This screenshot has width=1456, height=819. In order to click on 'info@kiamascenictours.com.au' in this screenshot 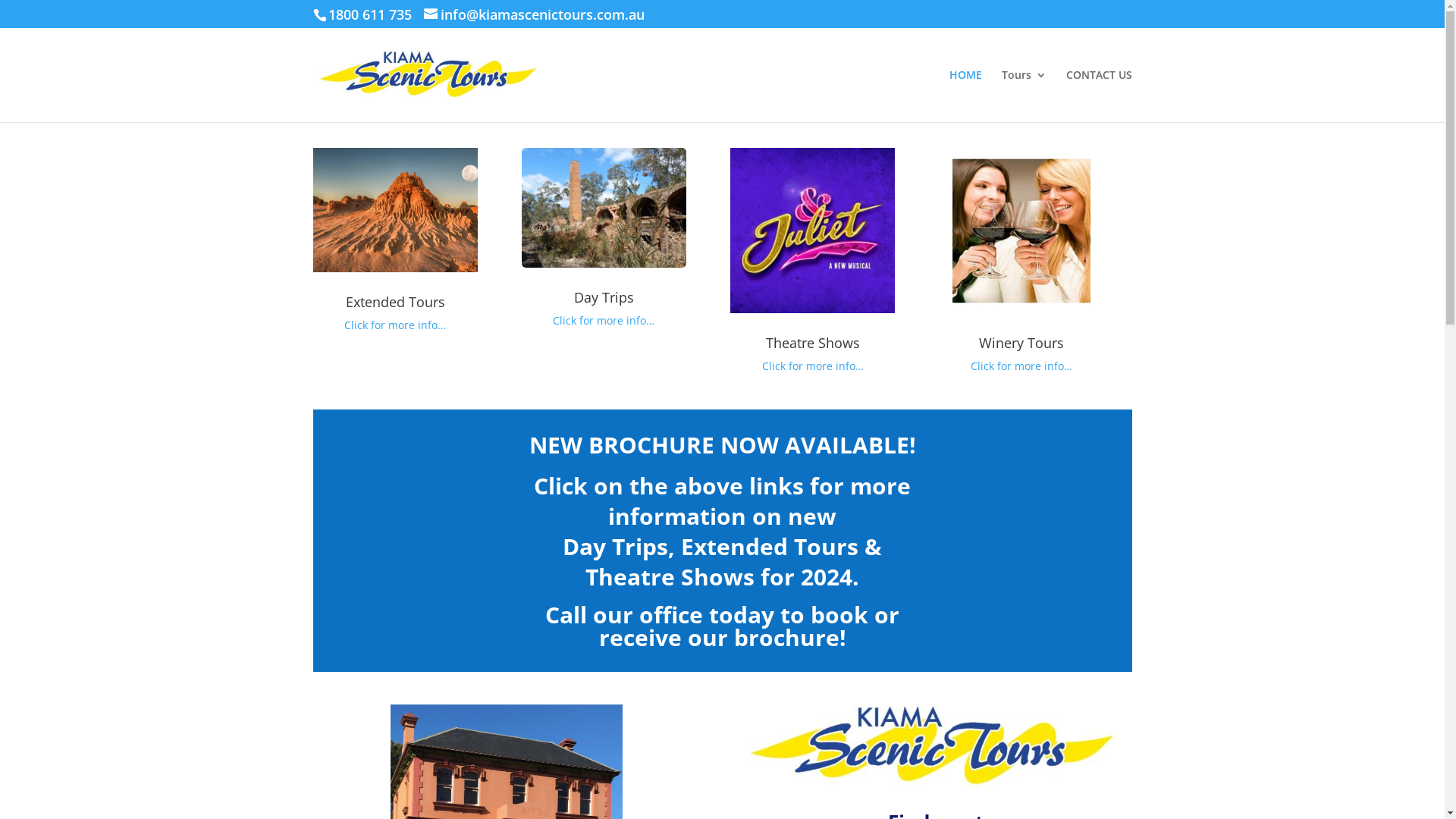, I will do `click(533, 16)`.